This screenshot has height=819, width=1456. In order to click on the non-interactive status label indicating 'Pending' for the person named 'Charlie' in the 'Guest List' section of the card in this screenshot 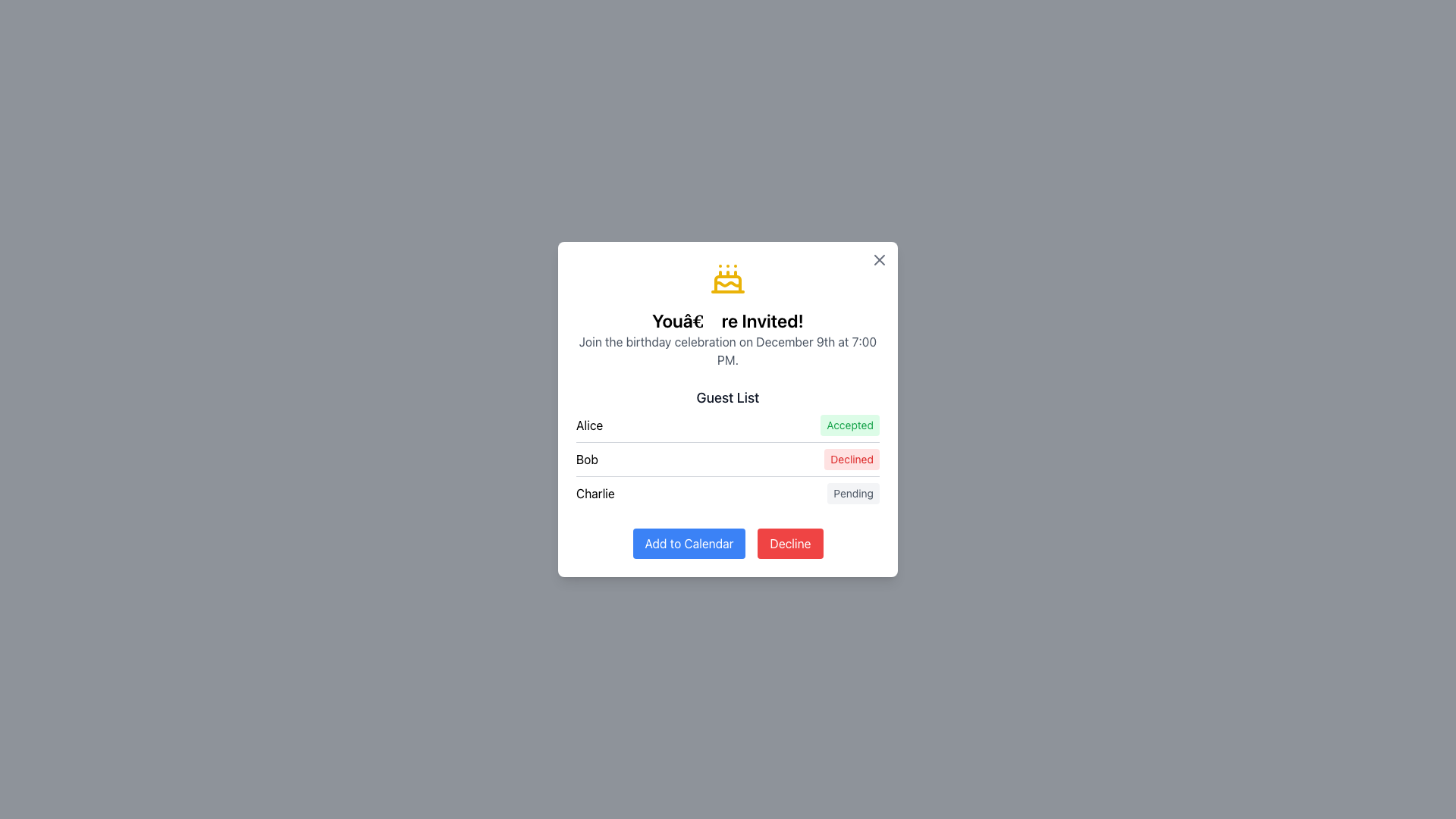, I will do `click(853, 494)`.